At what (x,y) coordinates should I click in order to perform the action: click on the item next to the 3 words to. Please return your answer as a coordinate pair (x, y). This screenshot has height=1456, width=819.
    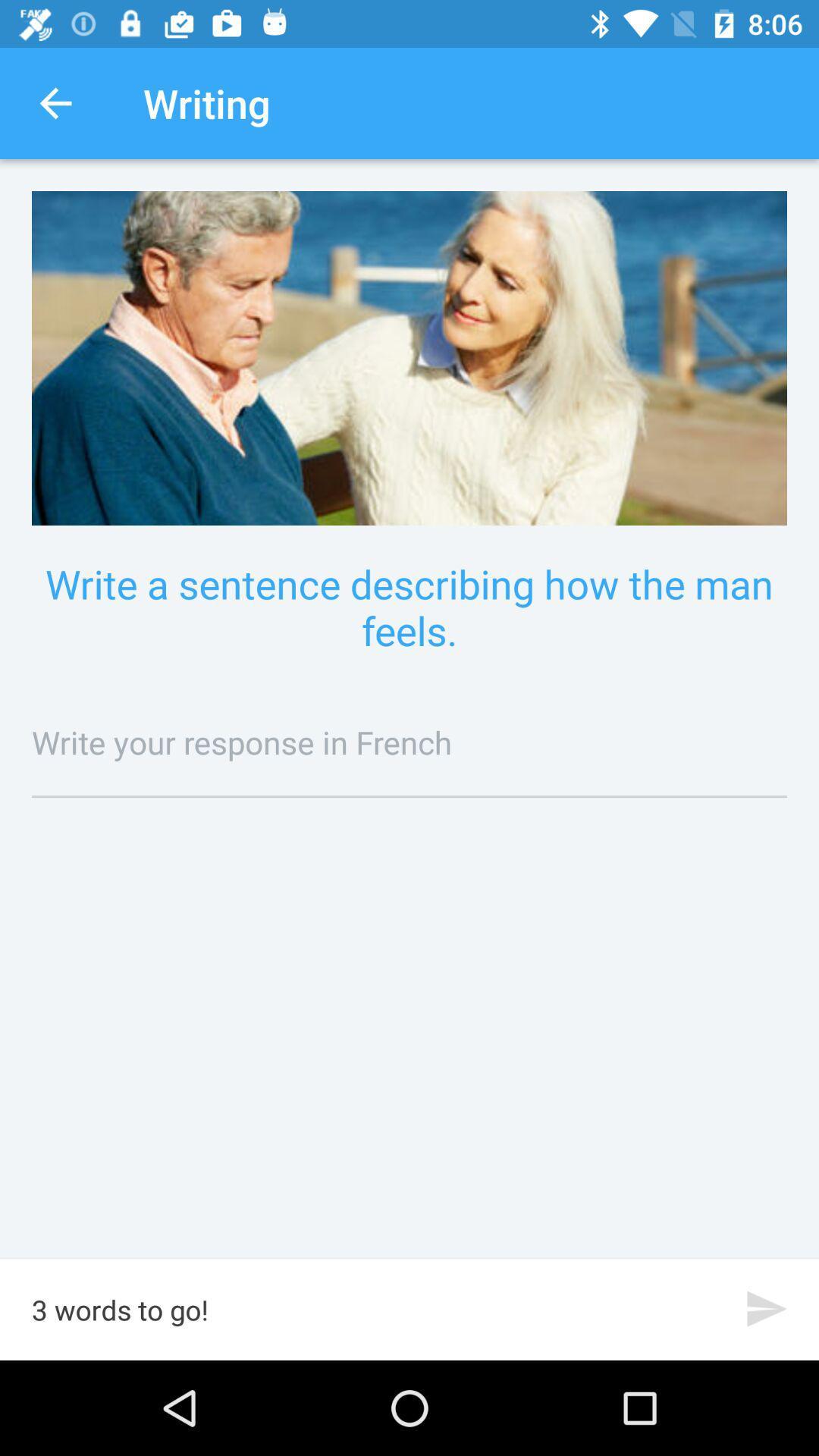
    Looking at the image, I should click on (767, 1308).